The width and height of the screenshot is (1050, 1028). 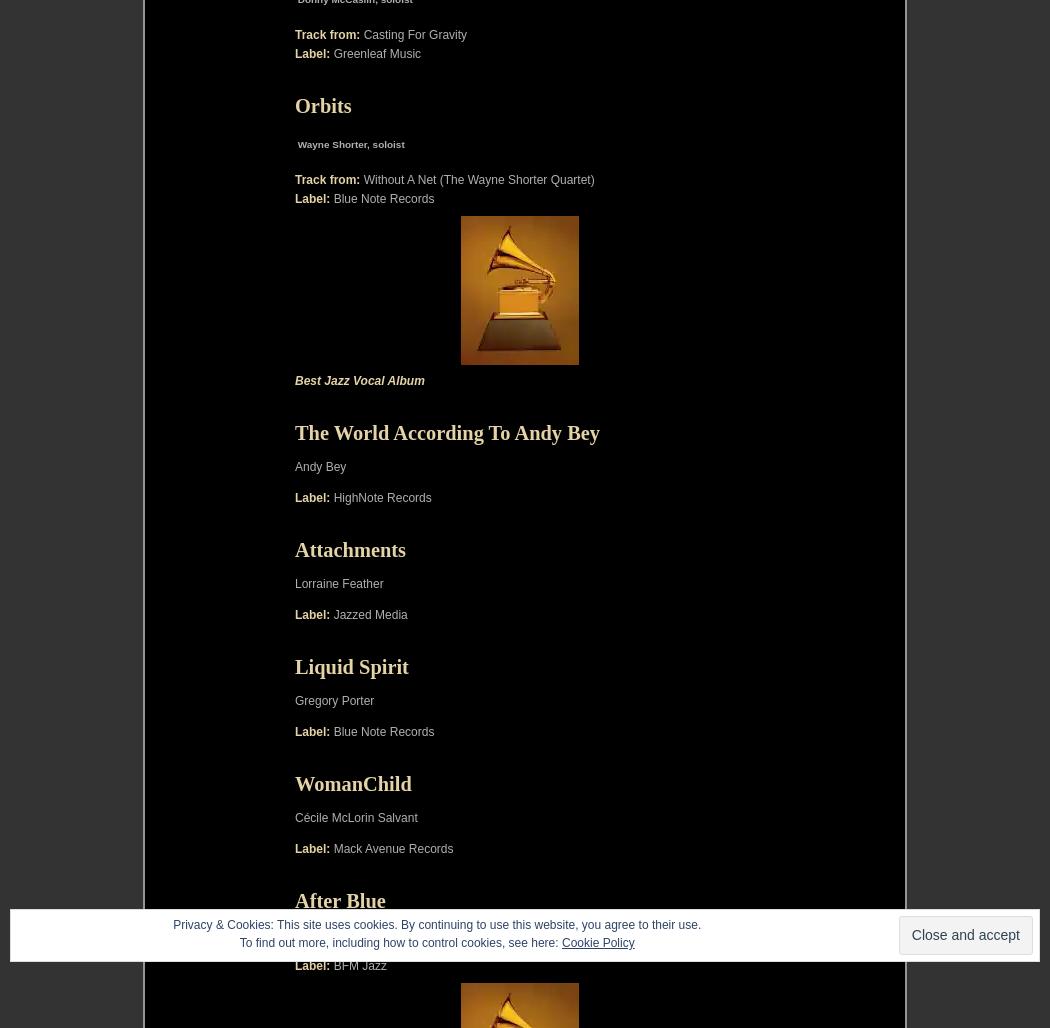 I want to click on 'Andy Bey', so click(x=320, y=464).